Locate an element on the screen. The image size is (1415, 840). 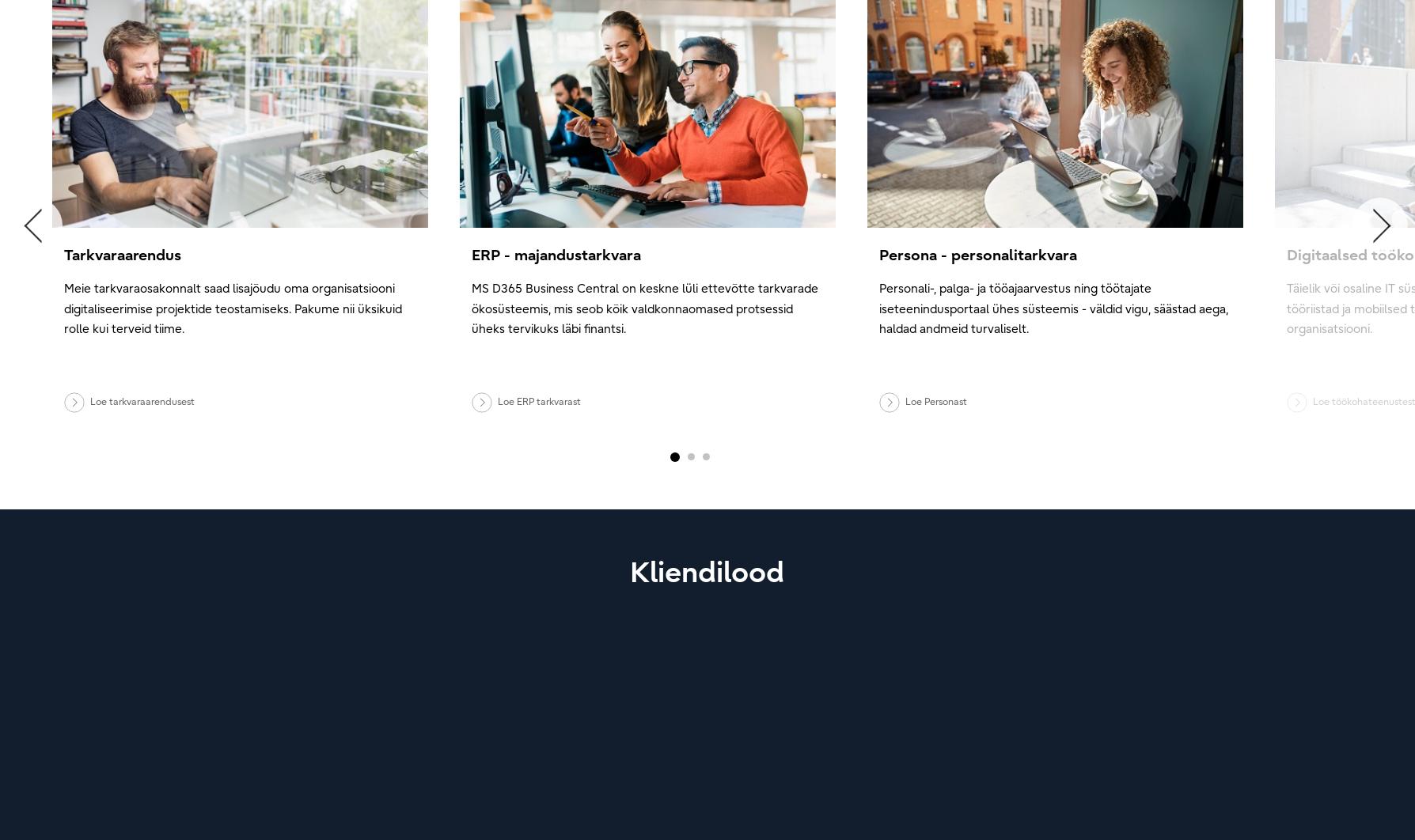
'Persona - personalitarkvara' is located at coordinates (879, 253).